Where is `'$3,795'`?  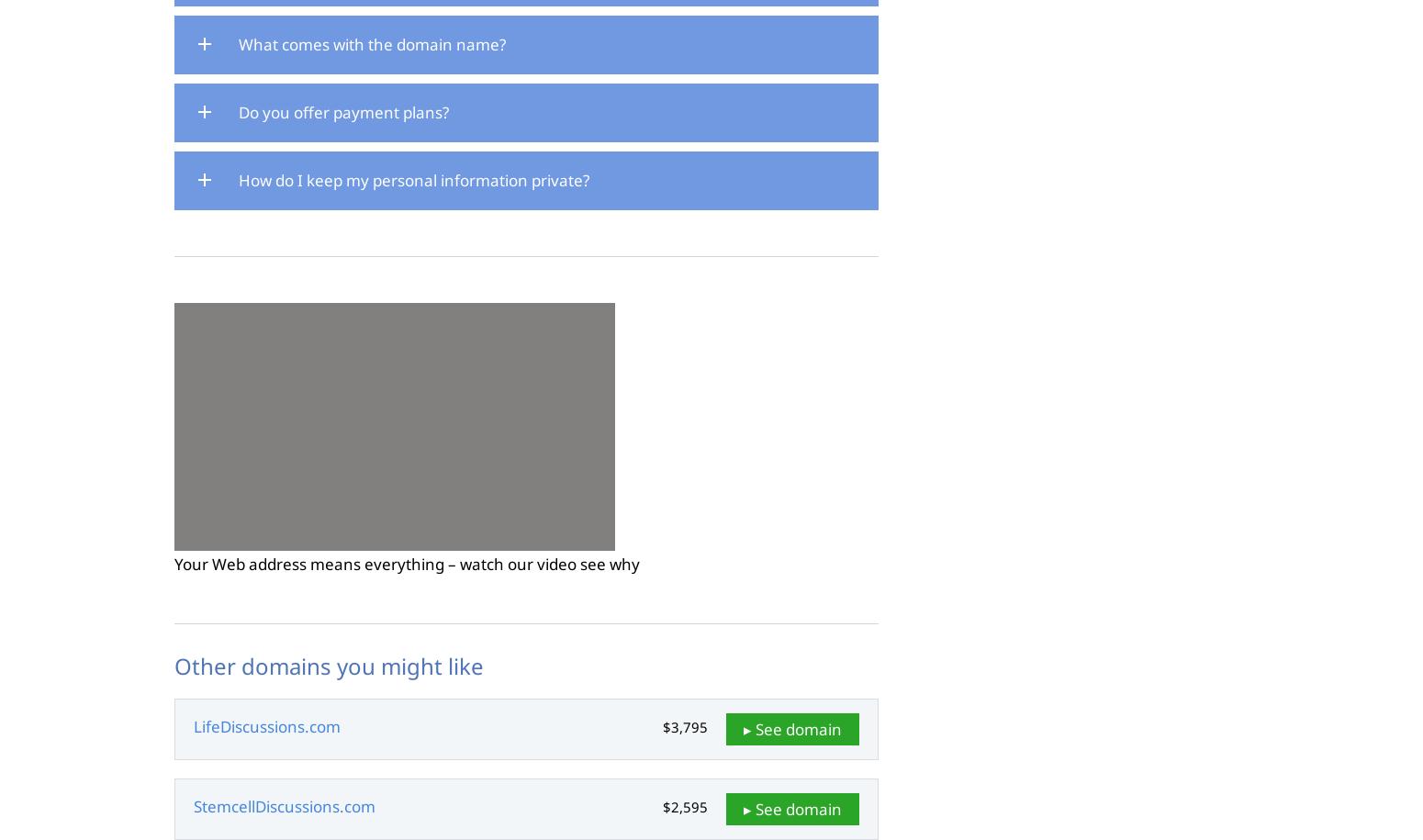 '$3,795' is located at coordinates (685, 726).